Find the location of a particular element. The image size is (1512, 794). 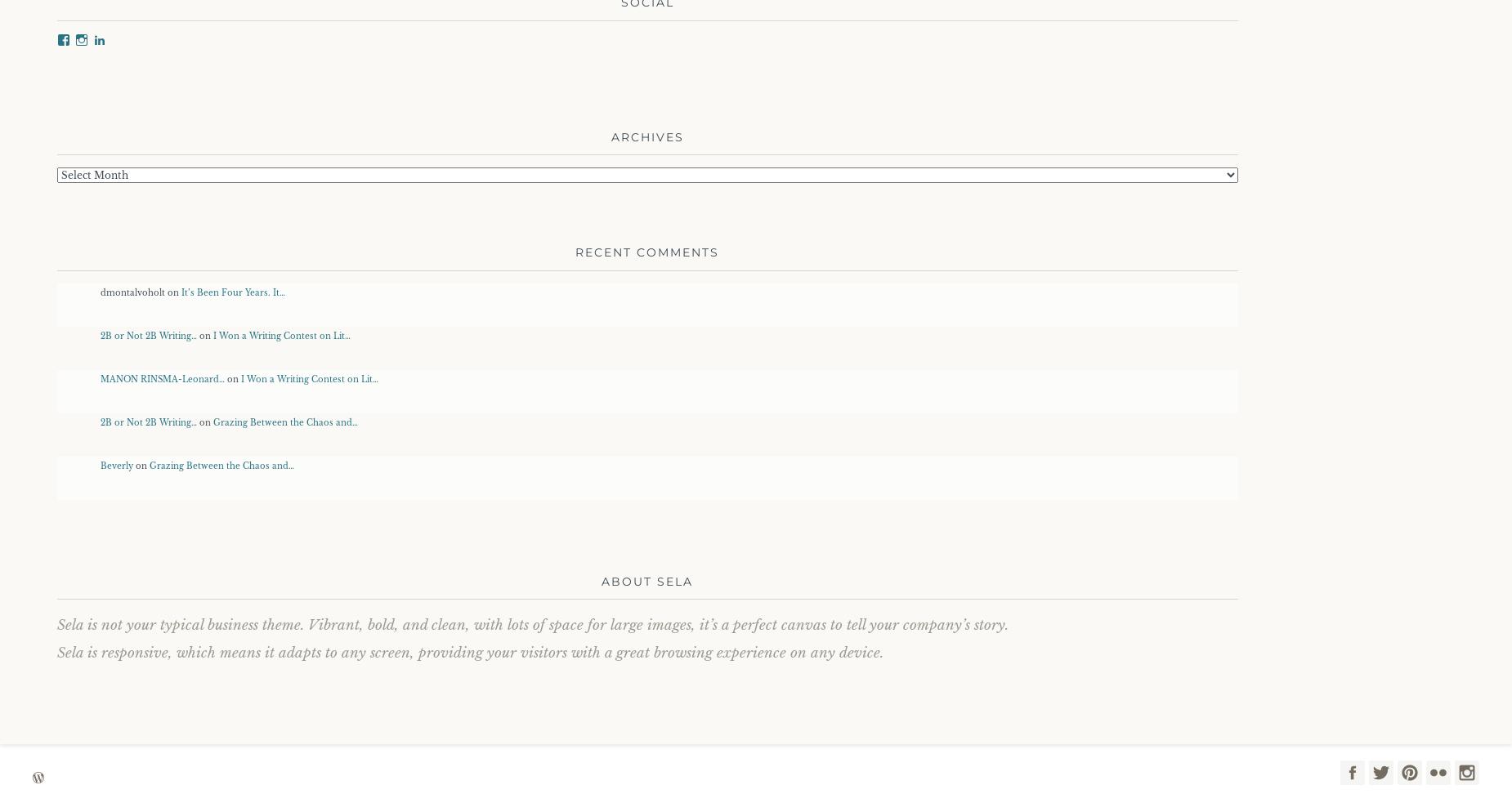

'Recent Comments' is located at coordinates (646, 251).